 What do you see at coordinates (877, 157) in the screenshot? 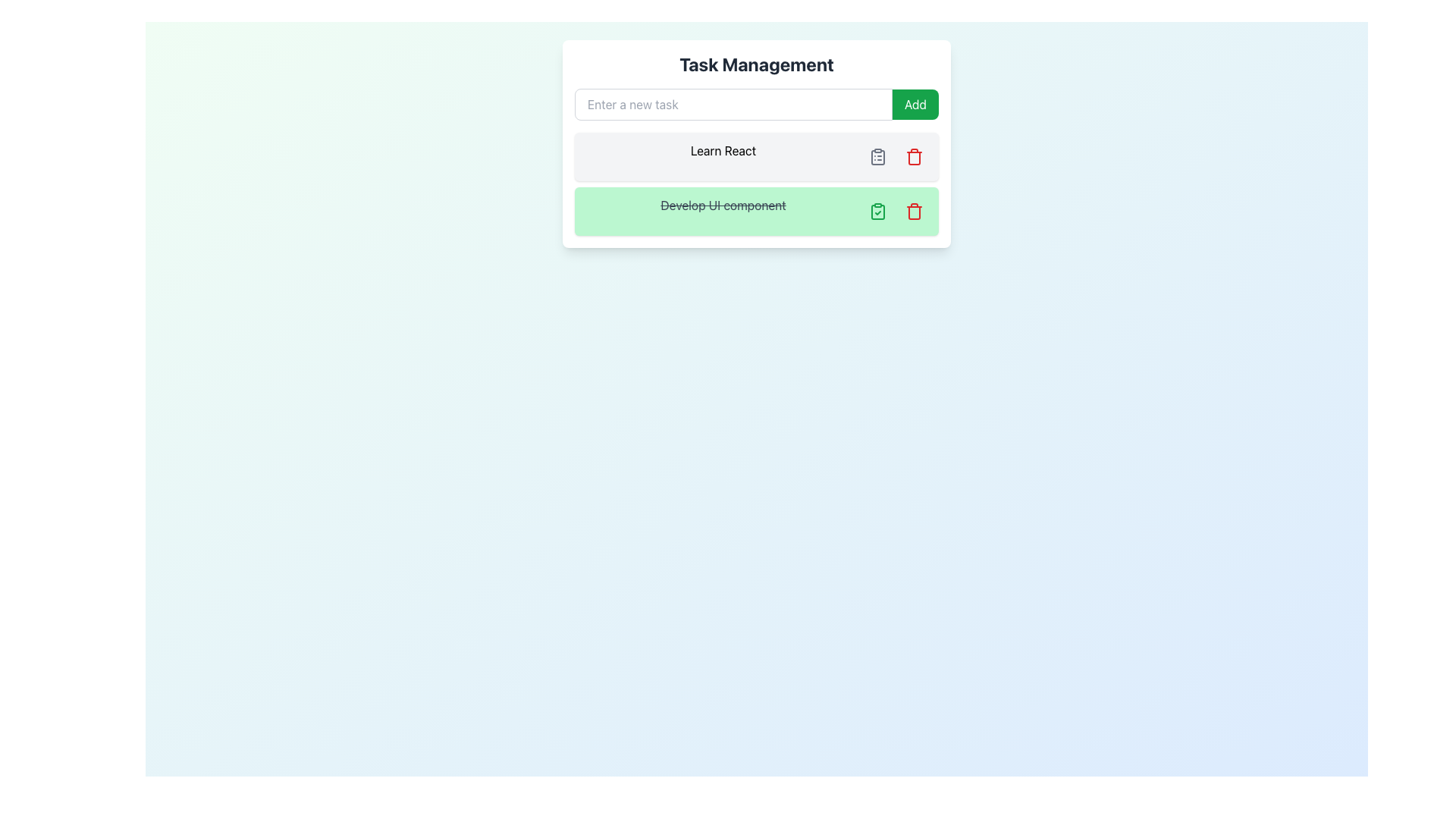
I see `the circular button to the right of the task labeled 'Learn React'` at bounding box center [877, 157].